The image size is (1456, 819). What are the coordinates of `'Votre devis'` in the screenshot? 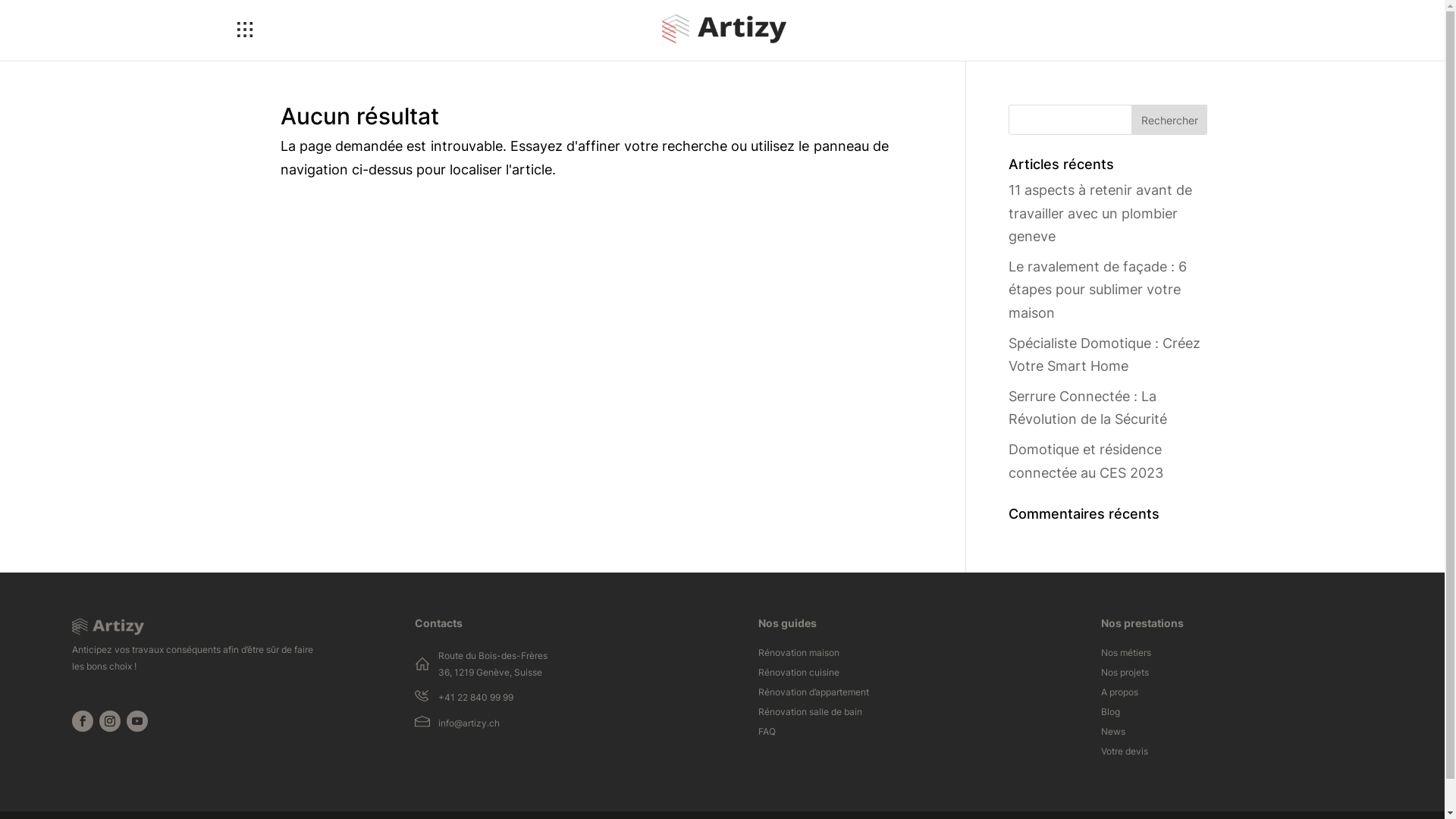 It's located at (1100, 755).